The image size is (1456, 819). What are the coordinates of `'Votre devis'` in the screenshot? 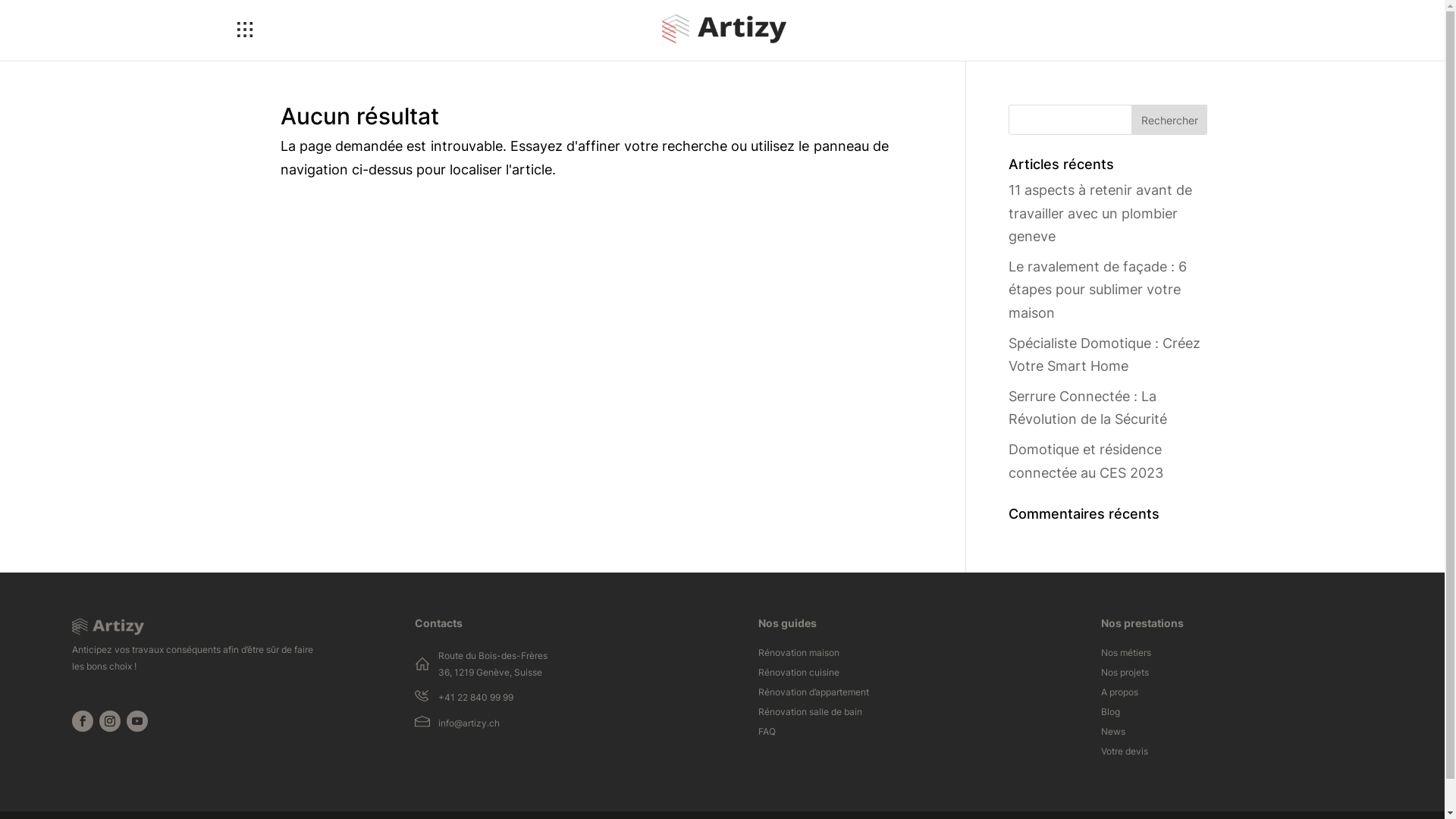 It's located at (1100, 755).